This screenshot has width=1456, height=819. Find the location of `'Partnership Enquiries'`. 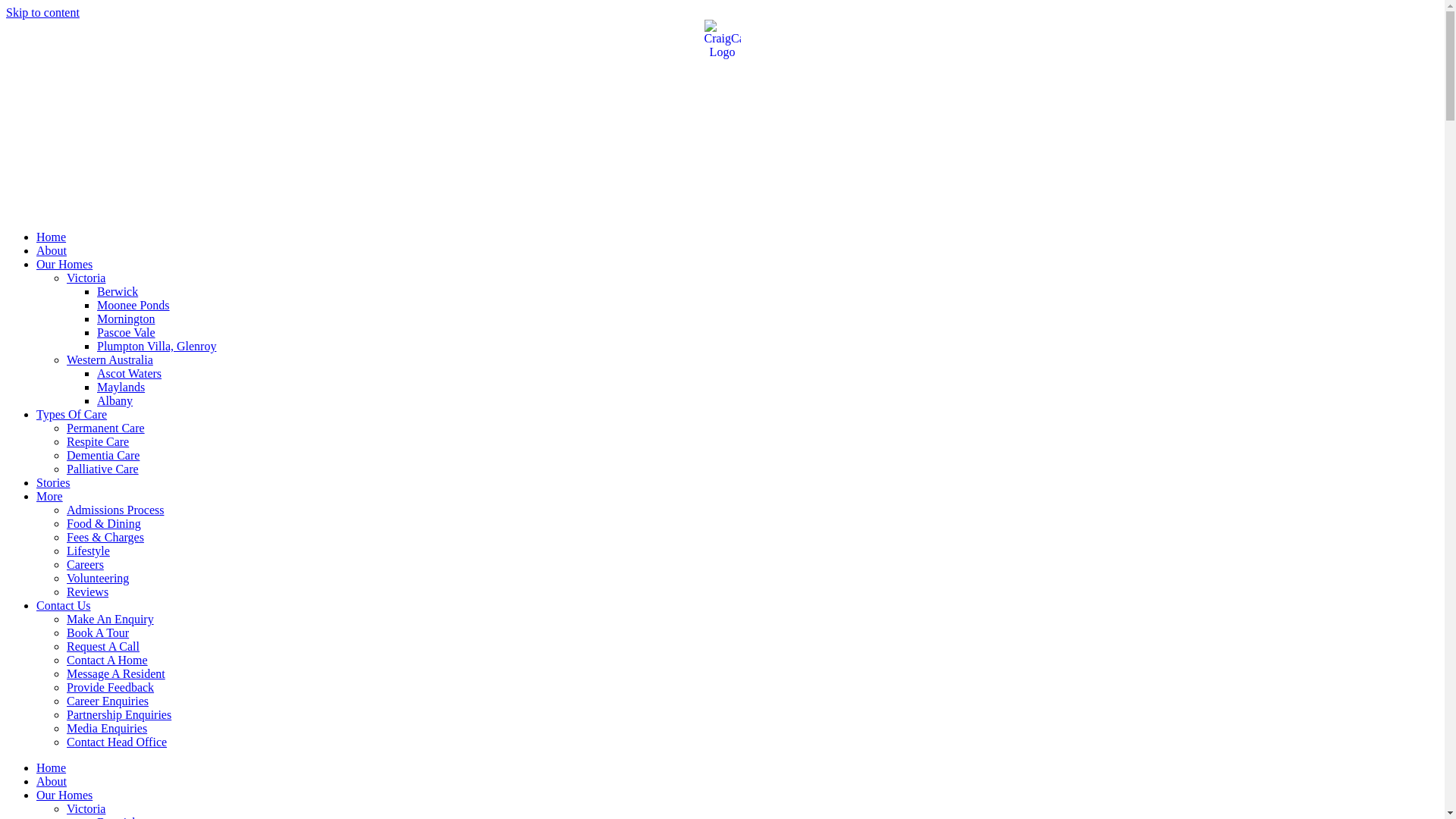

'Partnership Enquiries' is located at coordinates (118, 714).